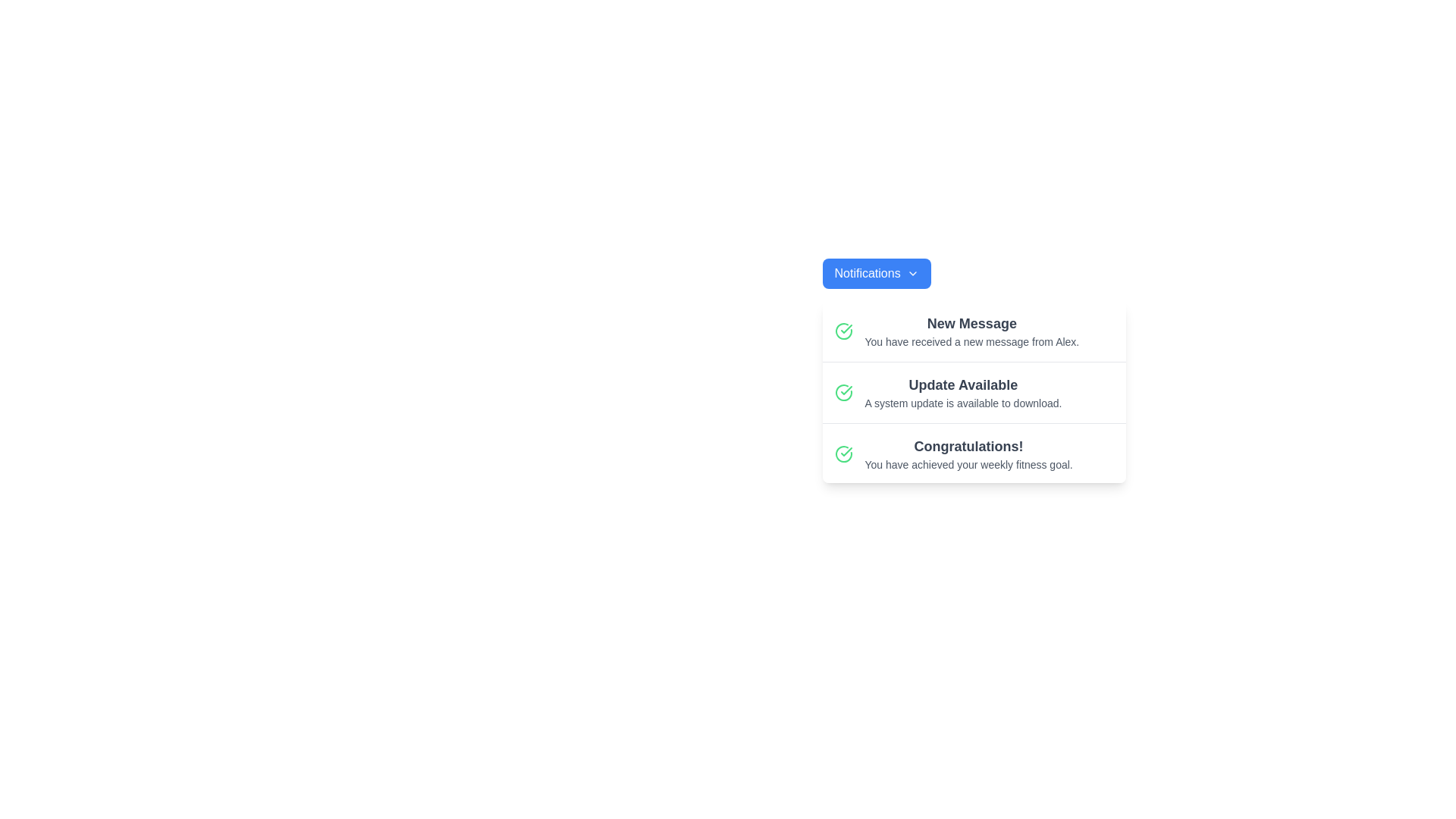 This screenshot has width=1456, height=819. I want to click on the circular checkmark icon subcomponent in the third row of the notification panel, which indicates status or confirmation for the 'Congratulations!' message, so click(843, 453).